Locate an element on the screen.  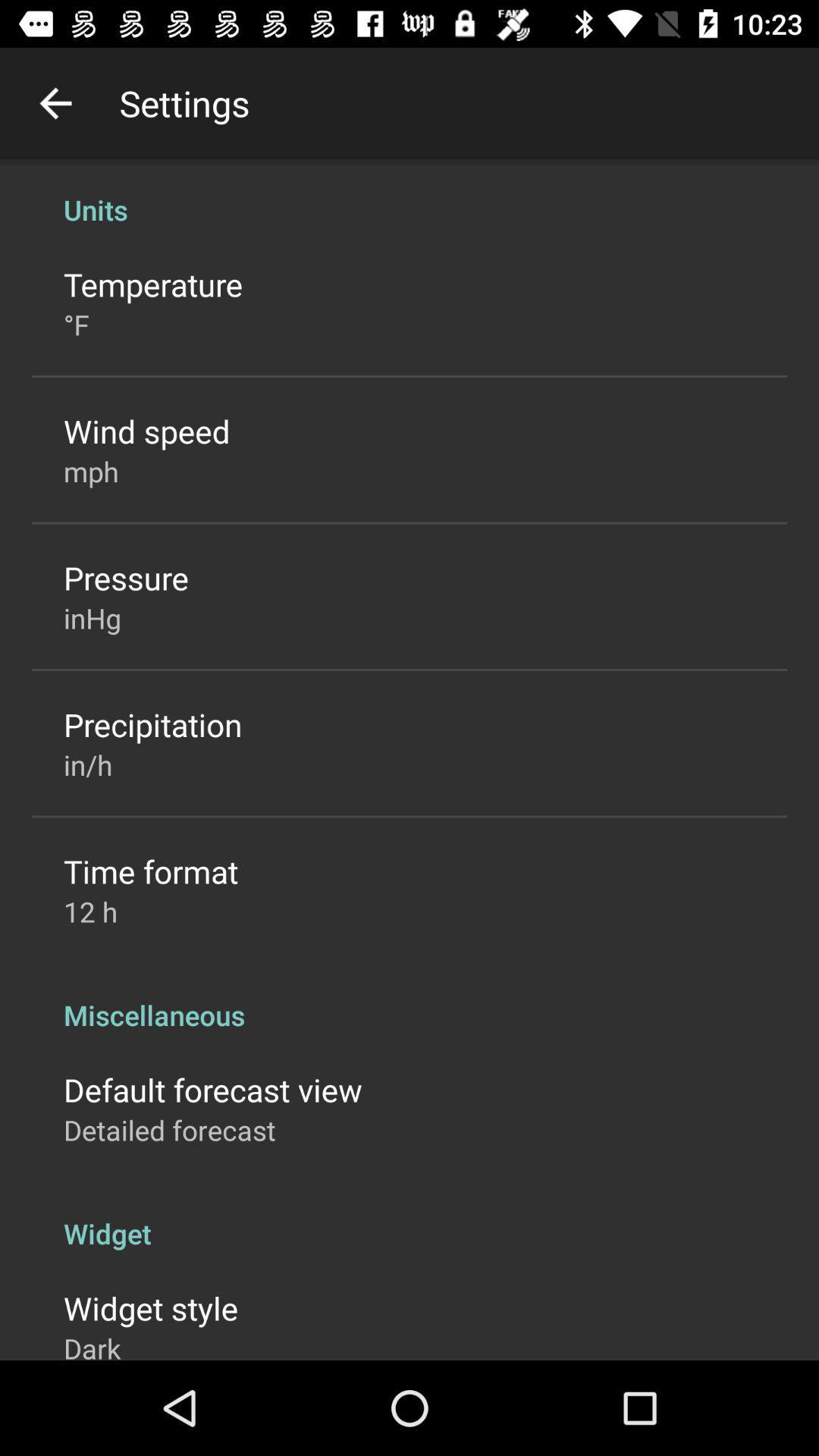
item below temperature icon is located at coordinates (76, 324).